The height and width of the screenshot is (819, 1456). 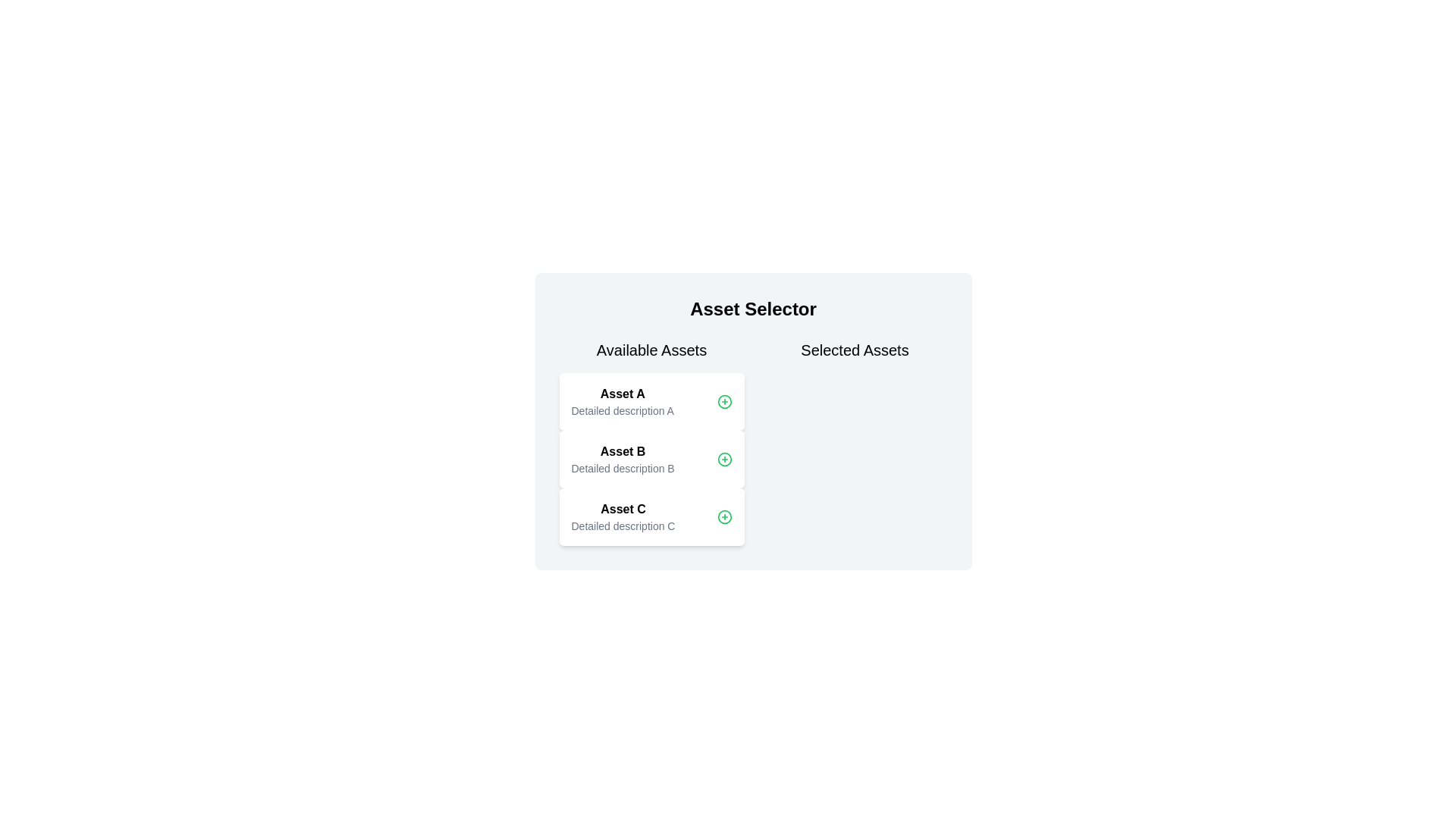 What do you see at coordinates (651, 458) in the screenshot?
I see `the second list item under the 'Available Assets' heading, which provides information about 'Asset B' and includes a nearby green '+' button` at bounding box center [651, 458].